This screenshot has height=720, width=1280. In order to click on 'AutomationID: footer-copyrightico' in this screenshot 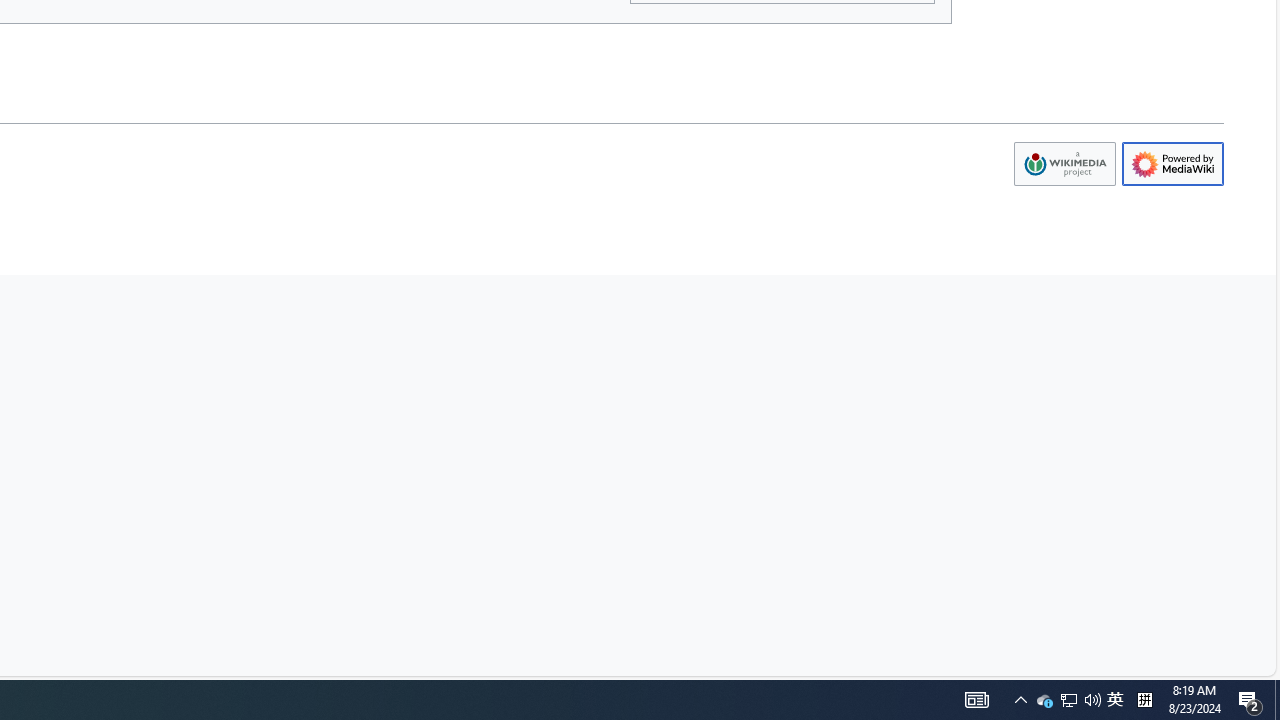, I will do `click(1063, 163)`.